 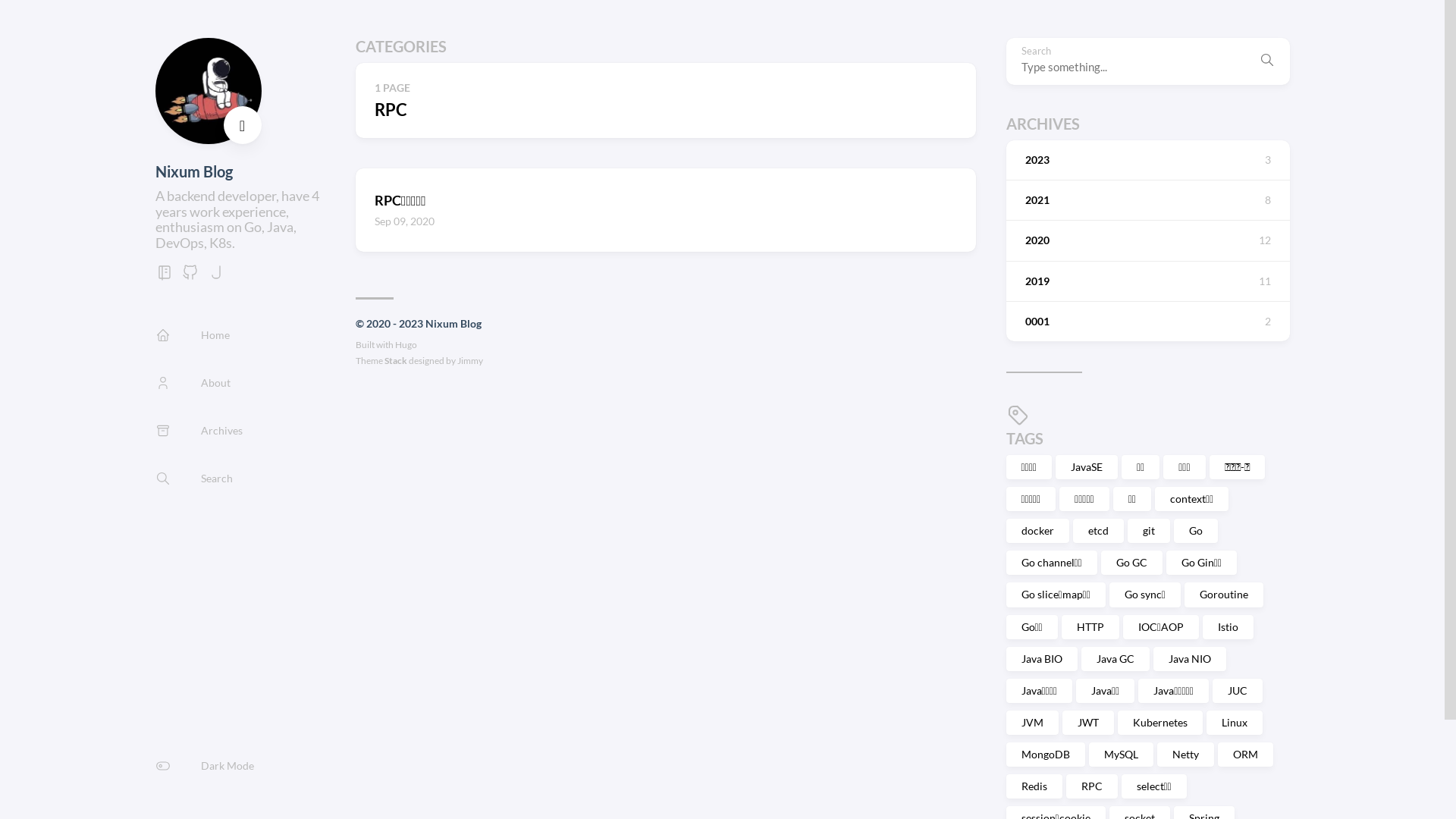 What do you see at coordinates (1159, 721) in the screenshot?
I see `'Kubernetes'` at bounding box center [1159, 721].